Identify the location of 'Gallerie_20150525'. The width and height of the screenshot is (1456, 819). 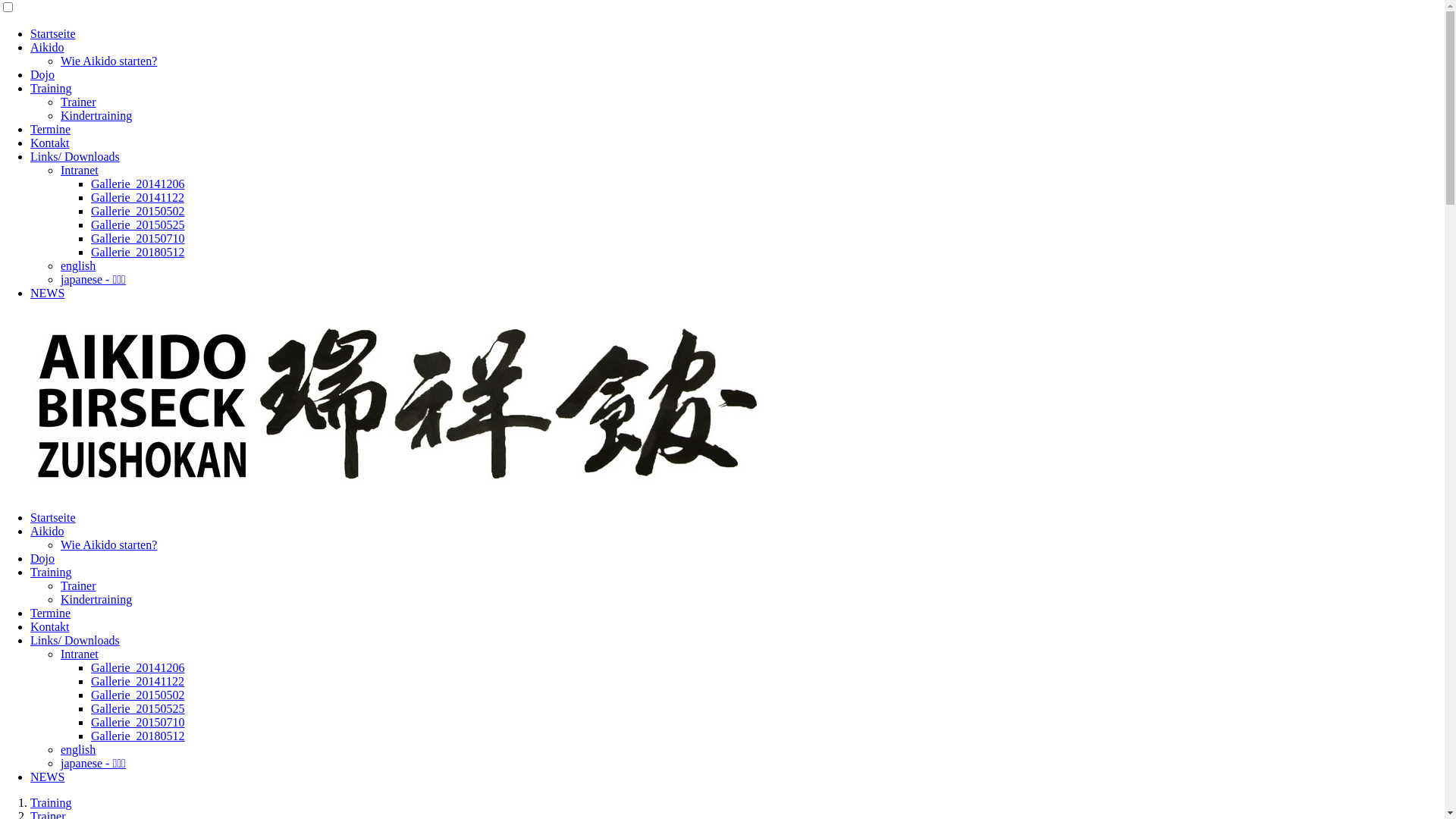
(90, 708).